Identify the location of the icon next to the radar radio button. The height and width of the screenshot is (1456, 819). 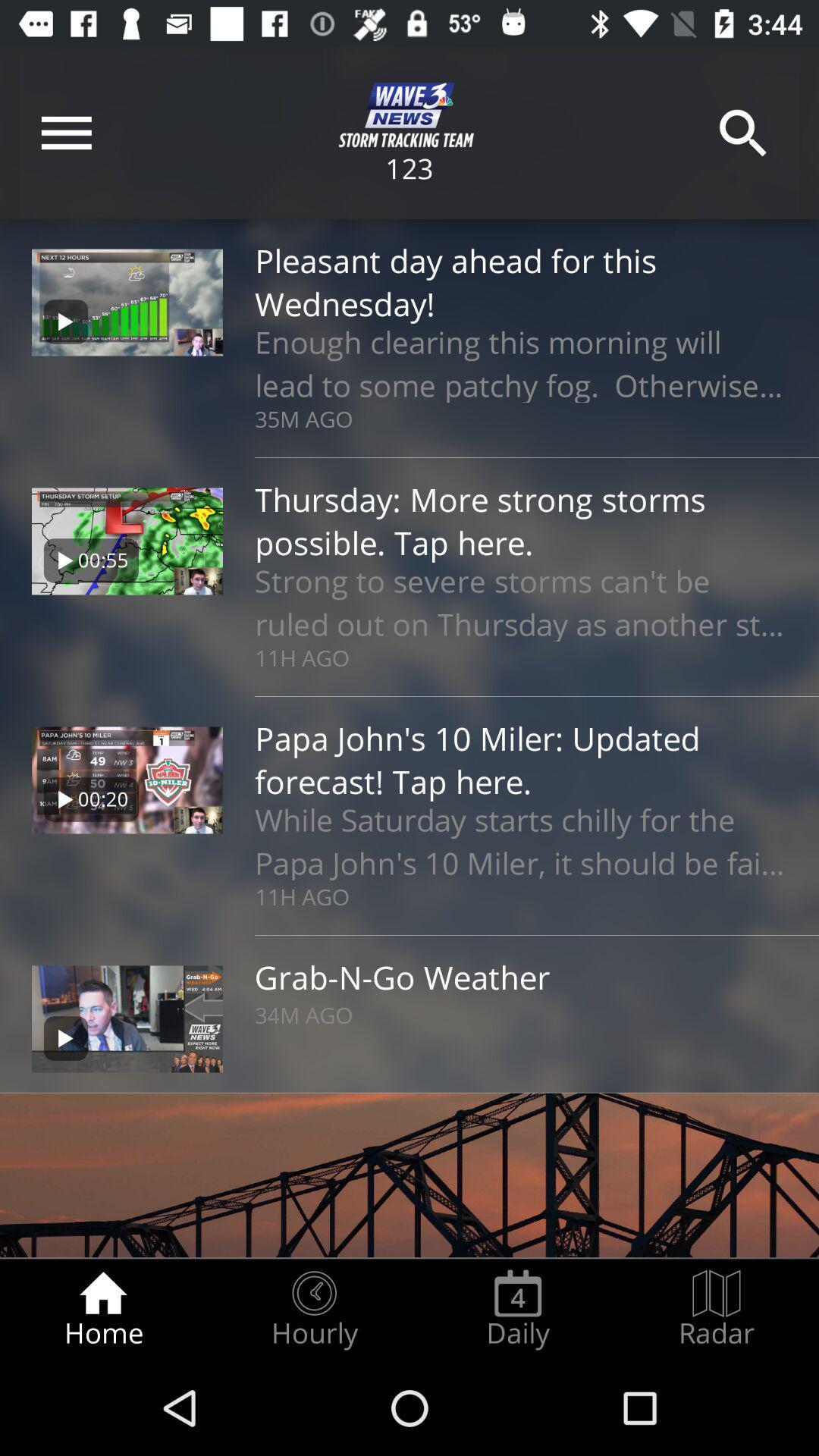
(517, 1309).